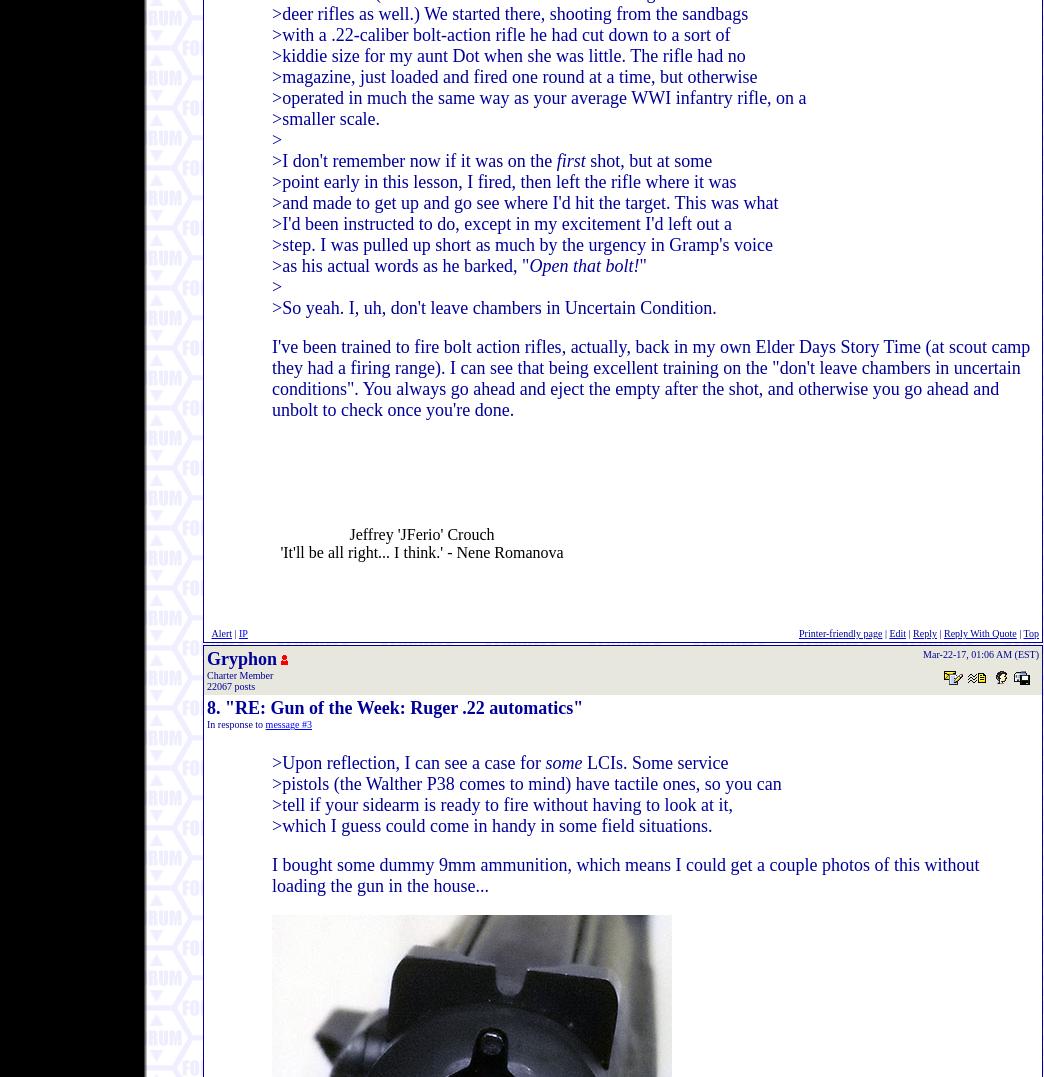 The height and width of the screenshot is (1077, 1044). Describe the element at coordinates (654, 761) in the screenshot. I see `'LCIs.  Some service'` at that location.